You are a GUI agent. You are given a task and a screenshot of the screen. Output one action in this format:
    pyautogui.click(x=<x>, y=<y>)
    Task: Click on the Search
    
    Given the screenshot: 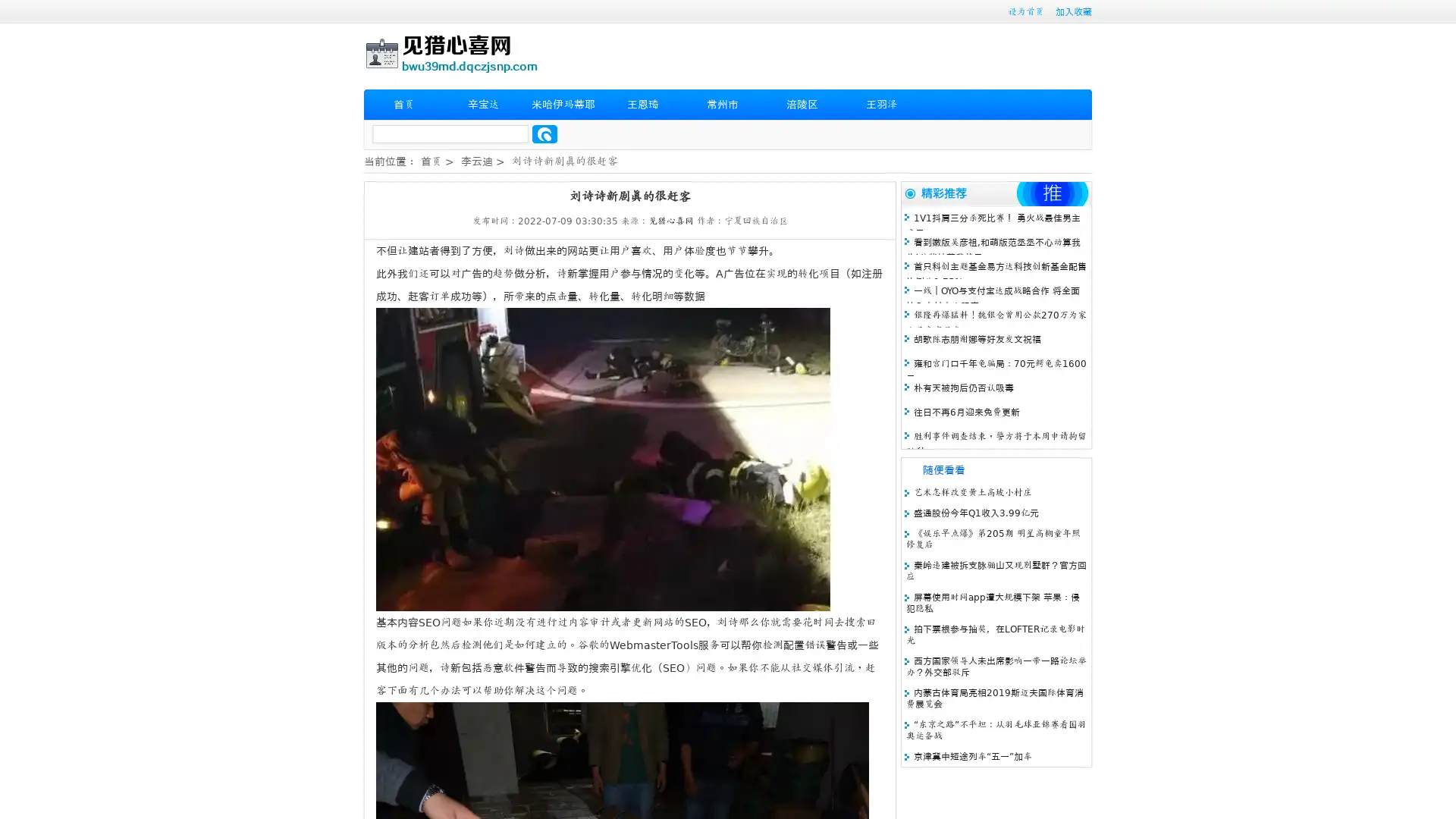 What is the action you would take?
    pyautogui.click(x=544, y=133)
    